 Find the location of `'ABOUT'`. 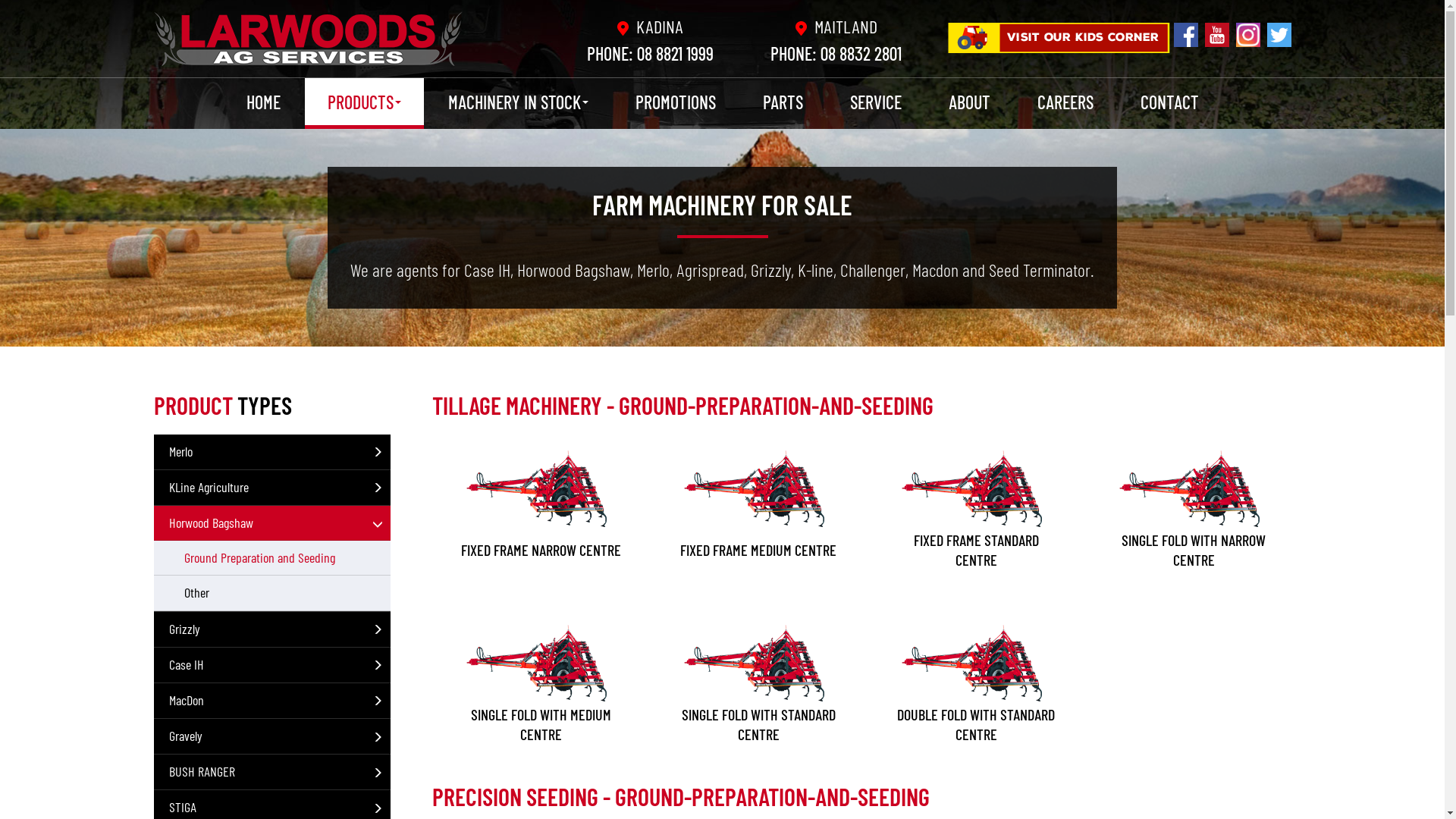

'ABOUT' is located at coordinates (968, 102).